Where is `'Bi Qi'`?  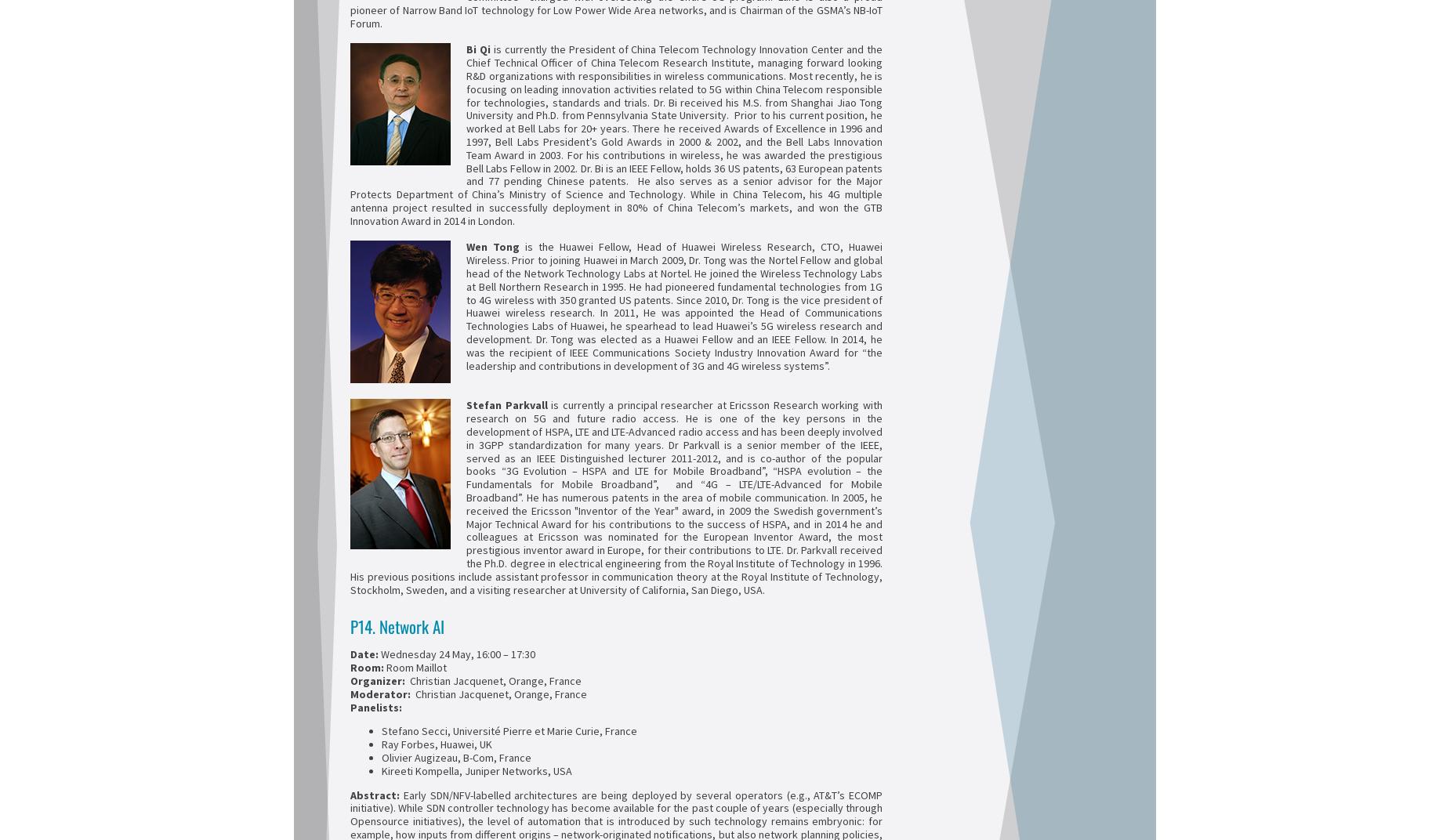
'Bi Qi' is located at coordinates (466, 49).